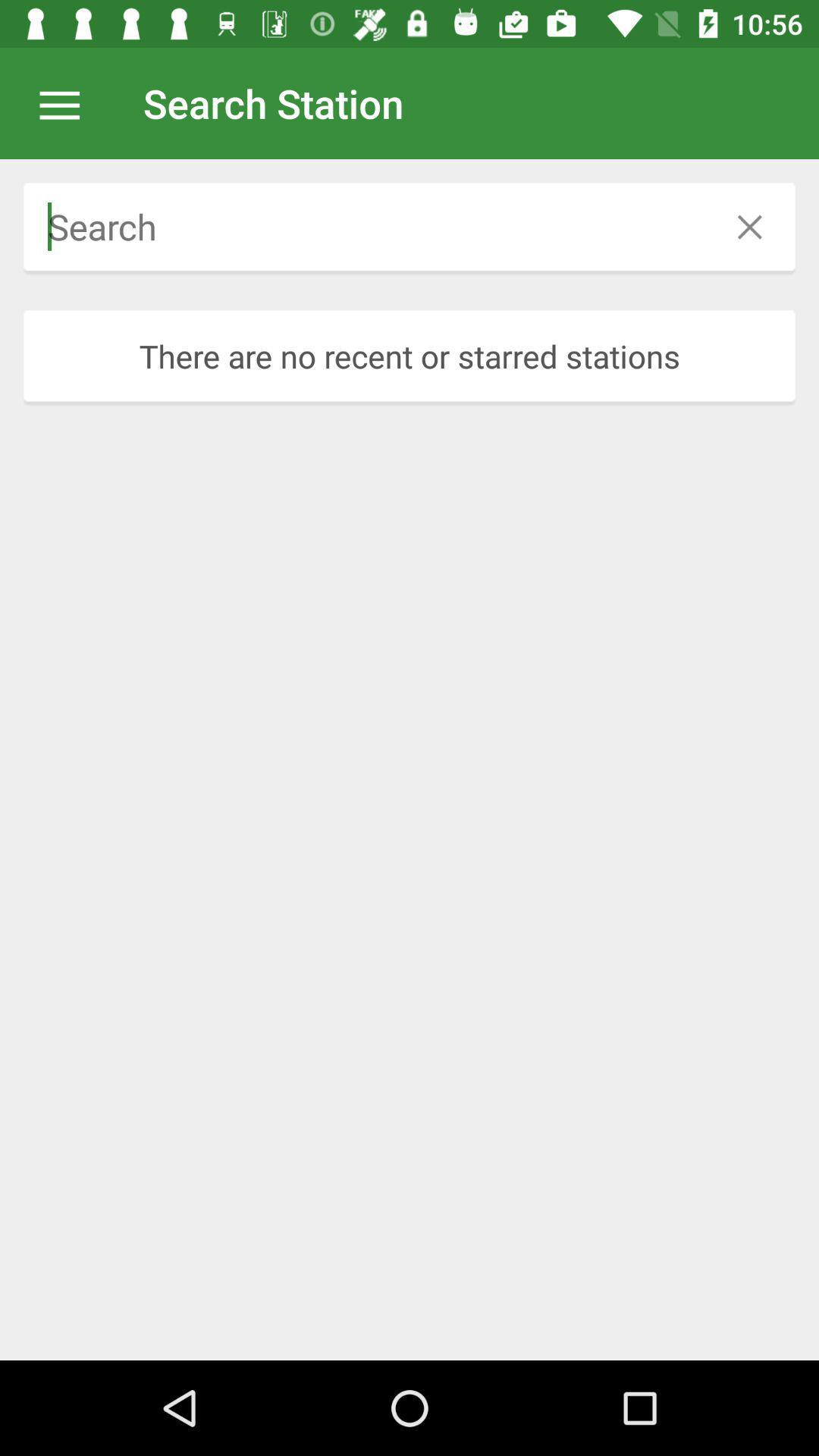 Image resolution: width=819 pixels, height=1456 pixels. I want to click on item at the top left corner, so click(67, 102).